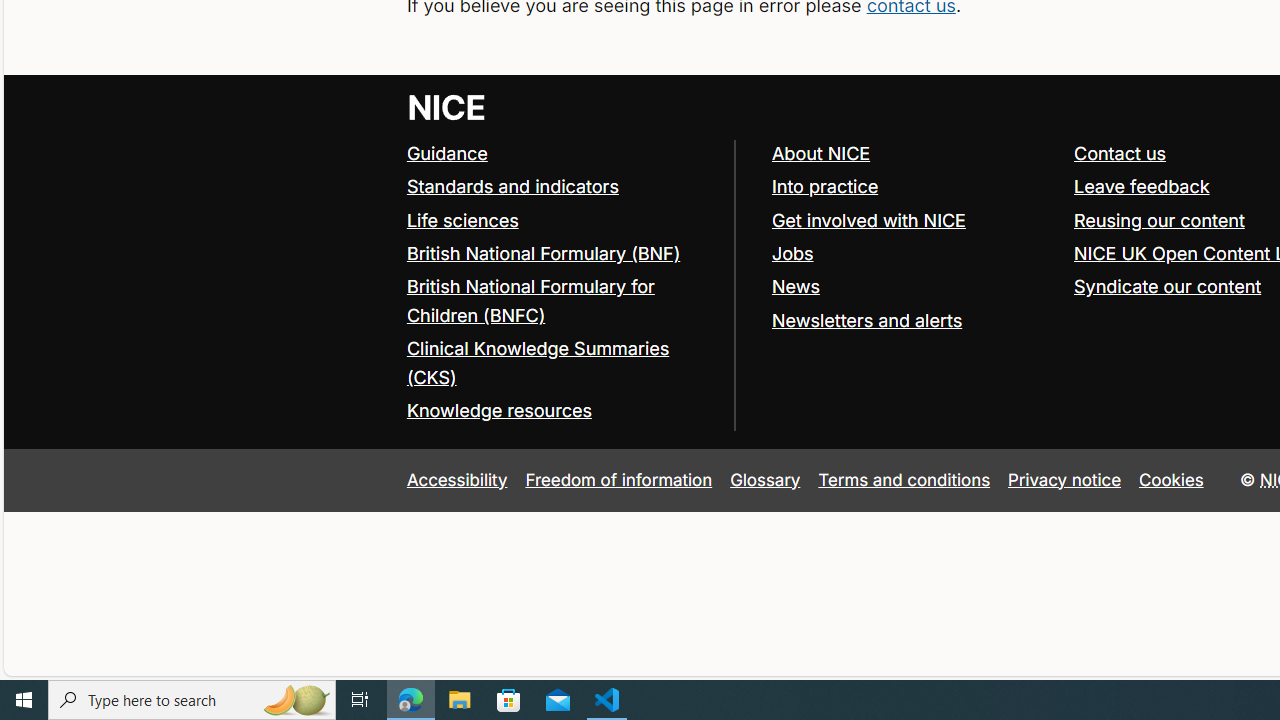  I want to click on 'Terms and conditions', so click(903, 479).